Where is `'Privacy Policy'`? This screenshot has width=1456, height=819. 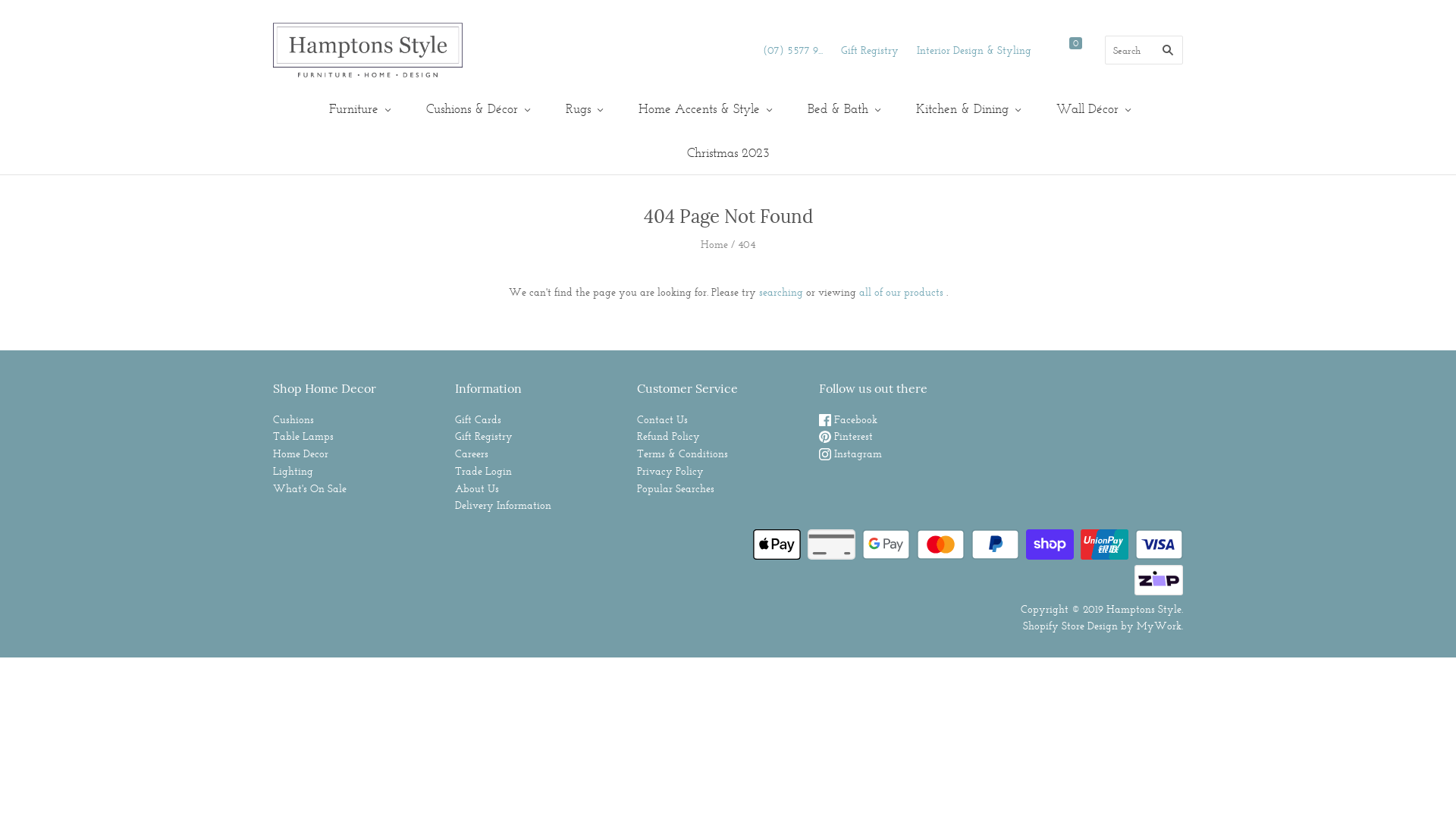 'Privacy Policy' is located at coordinates (669, 470).